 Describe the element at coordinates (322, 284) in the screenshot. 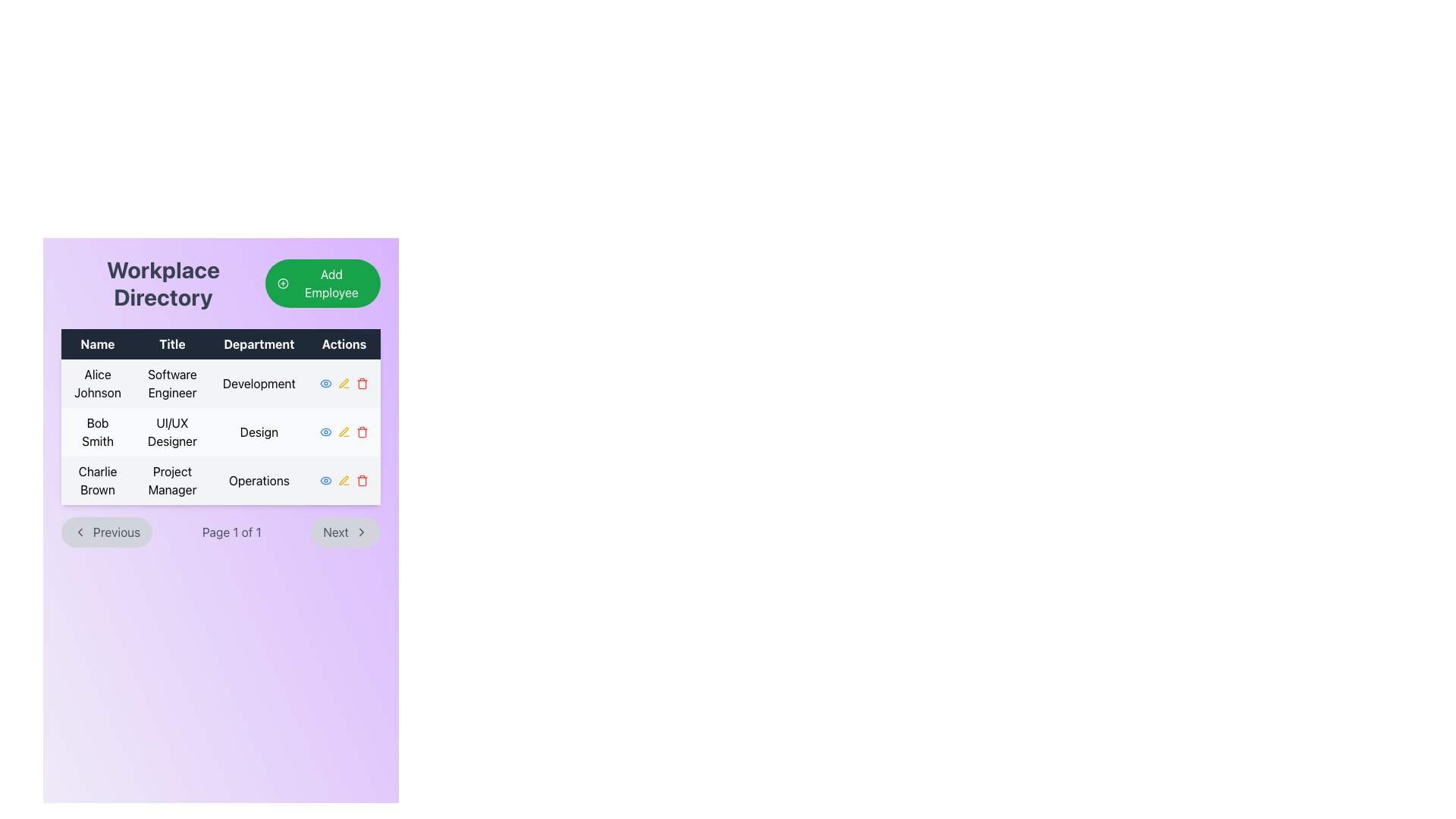

I see `the button in the top-right corner of the purple interface section to initiate adding a new employee to the directory` at that location.